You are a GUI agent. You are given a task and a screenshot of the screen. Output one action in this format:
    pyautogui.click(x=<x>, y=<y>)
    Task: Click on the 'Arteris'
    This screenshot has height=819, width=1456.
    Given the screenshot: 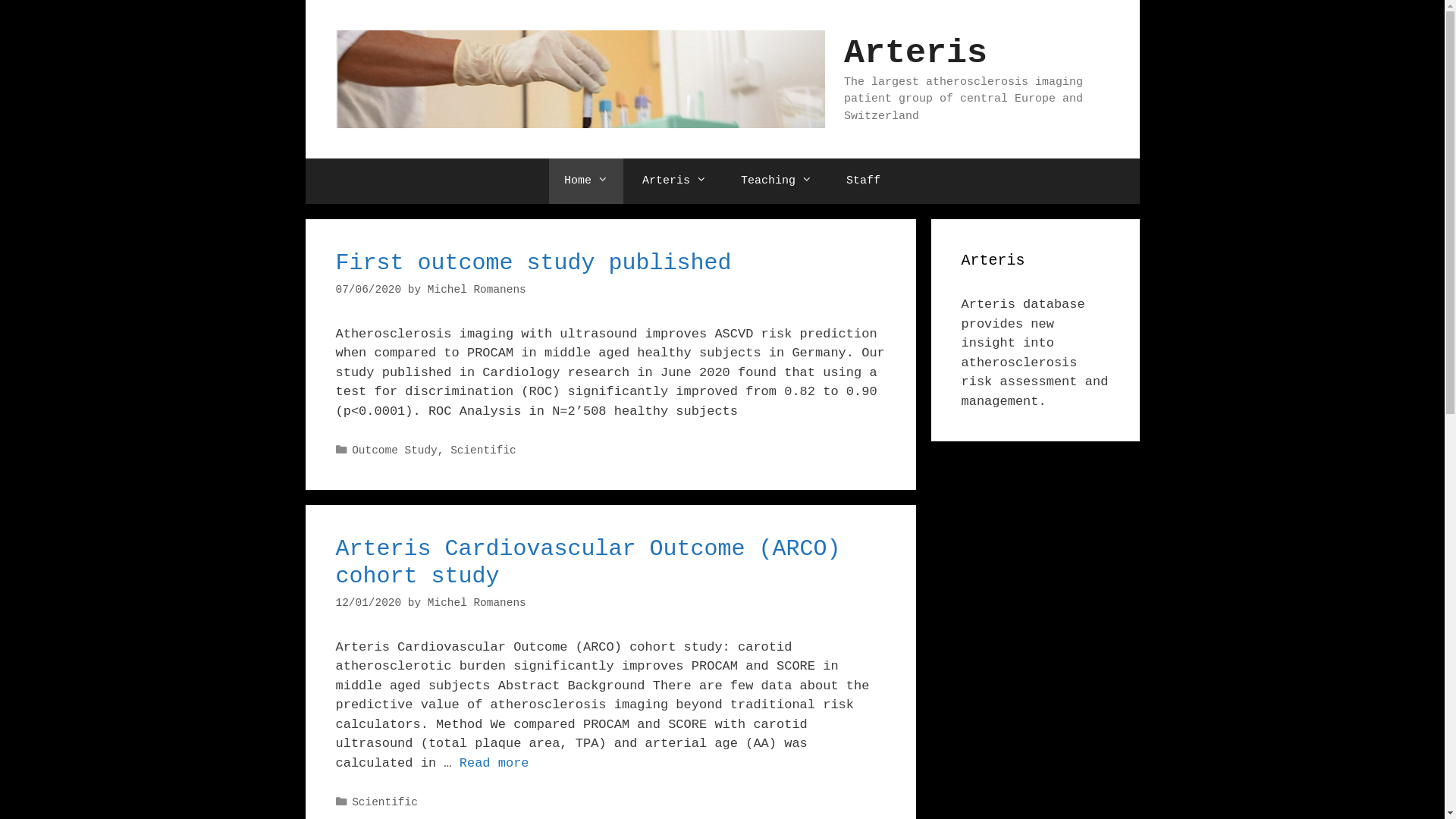 What is the action you would take?
    pyautogui.click(x=579, y=79)
    